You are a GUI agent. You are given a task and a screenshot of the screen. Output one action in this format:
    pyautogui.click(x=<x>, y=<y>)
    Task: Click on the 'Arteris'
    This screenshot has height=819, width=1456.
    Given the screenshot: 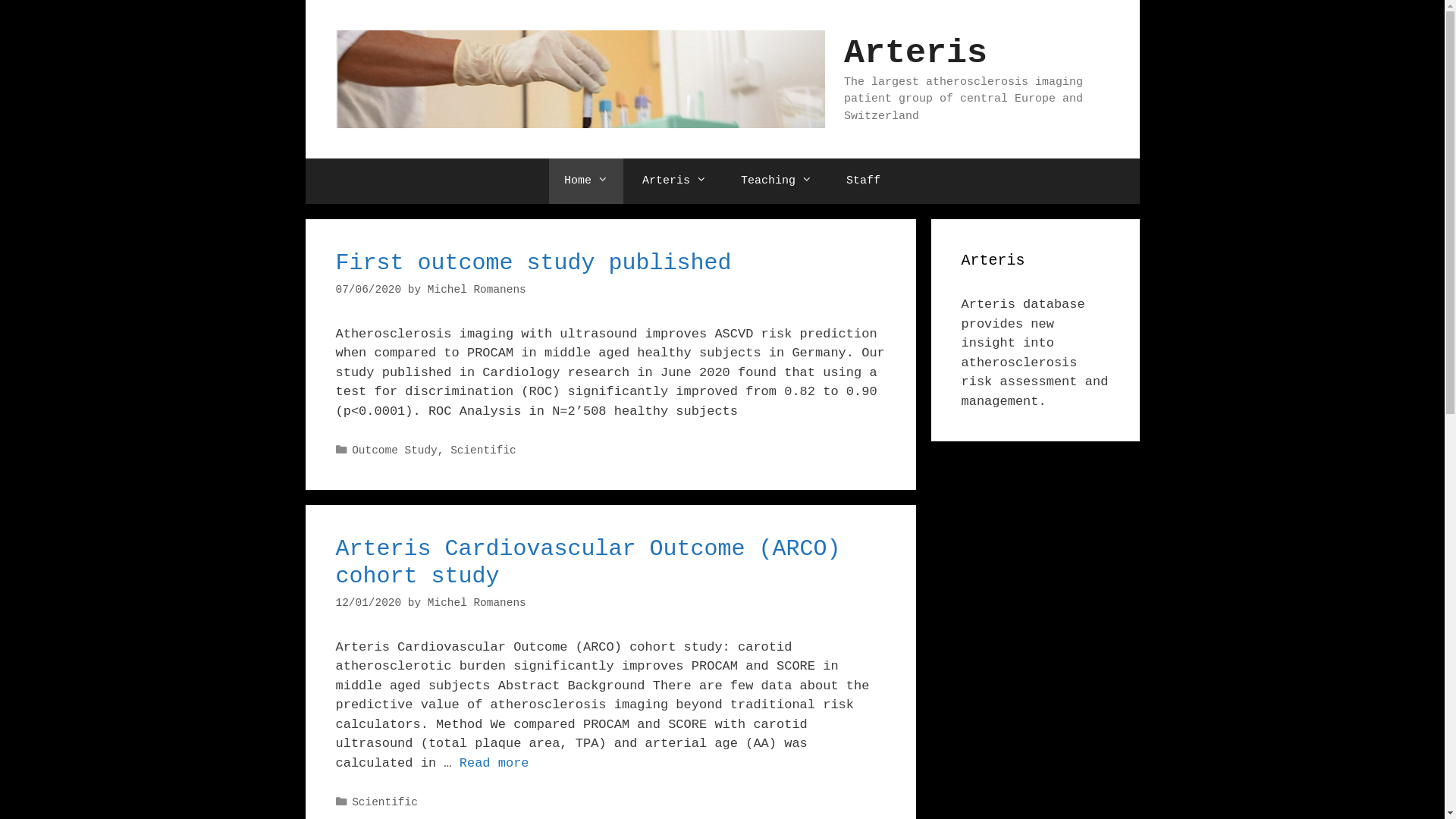 What is the action you would take?
    pyautogui.click(x=579, y=79)
    